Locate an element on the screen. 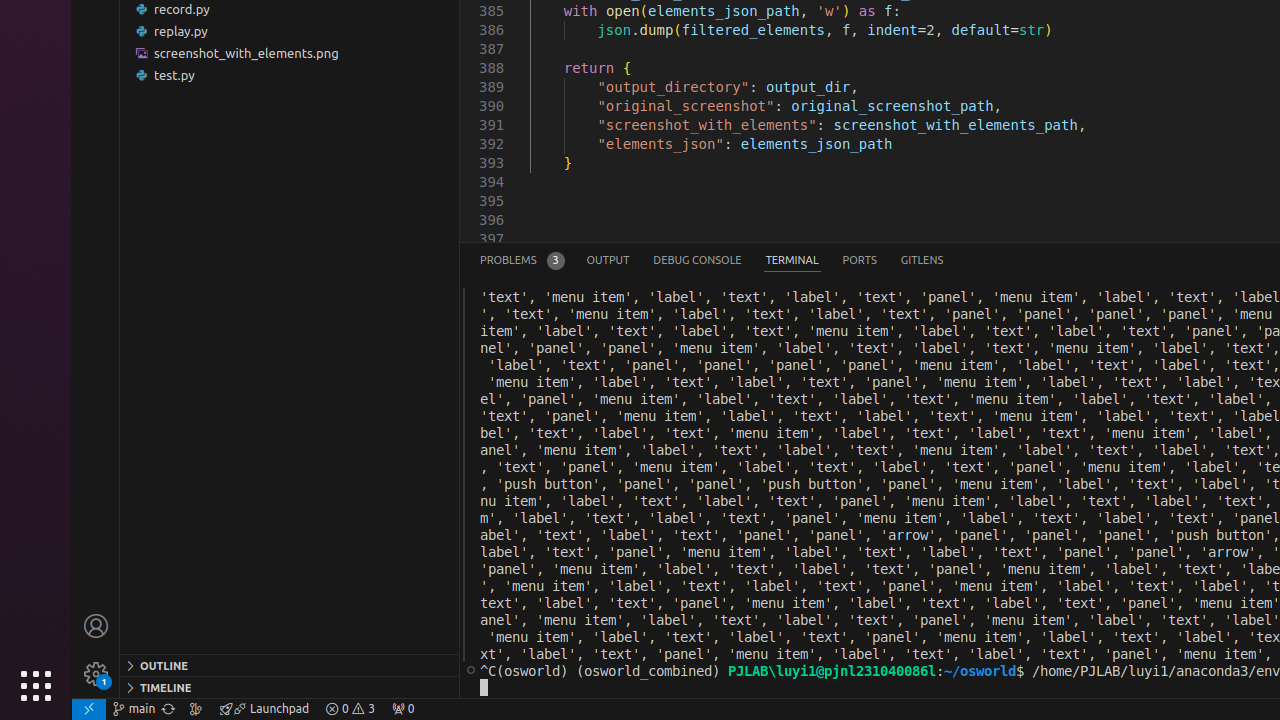 The height and width of the screenshot is (720, 1280). 'Terminal (Ctrl+`)' is located at coordinates (790, 259).